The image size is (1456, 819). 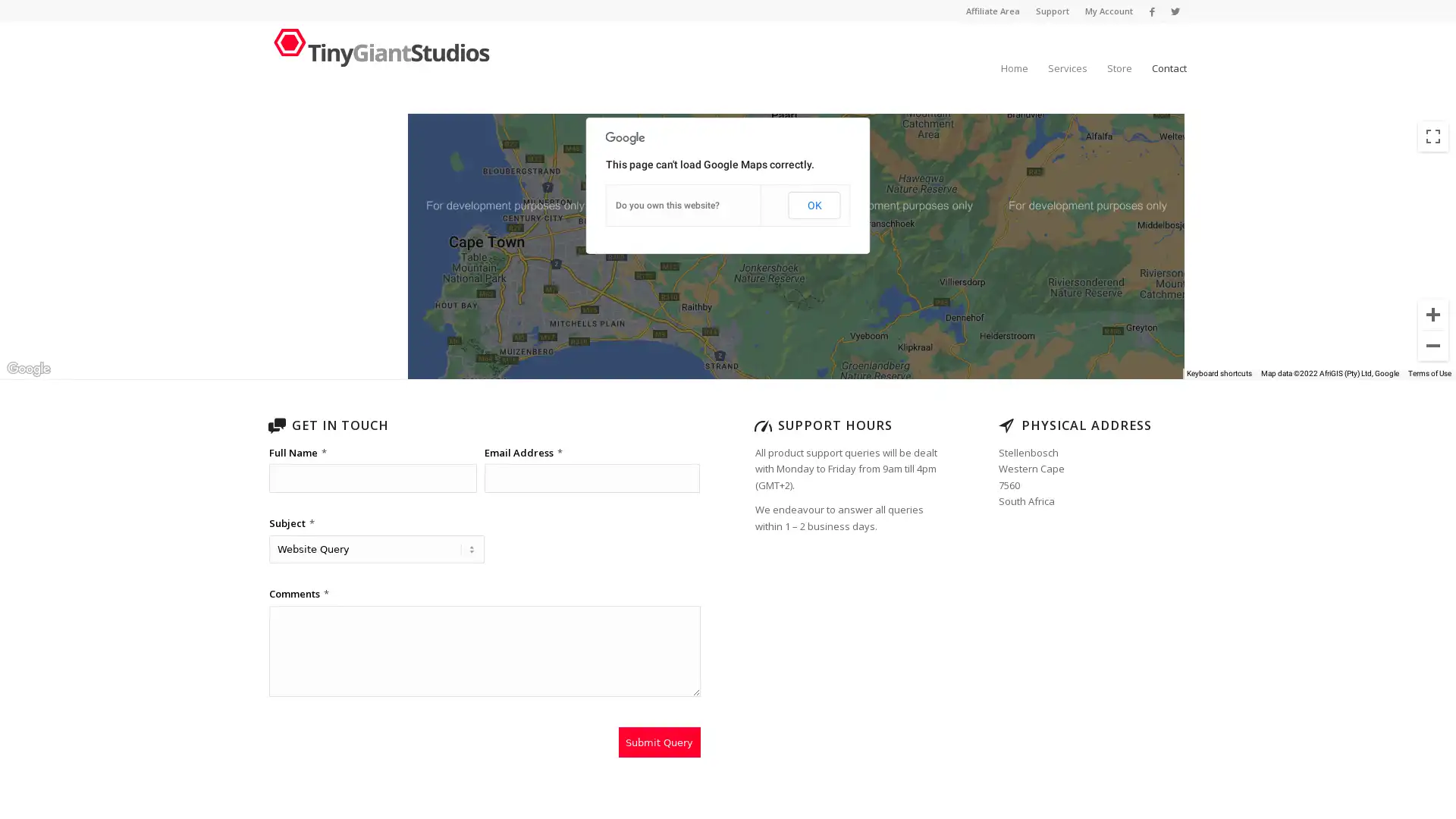 I want to click on Keyboard shortcuts, so click(x=1219, y=374).